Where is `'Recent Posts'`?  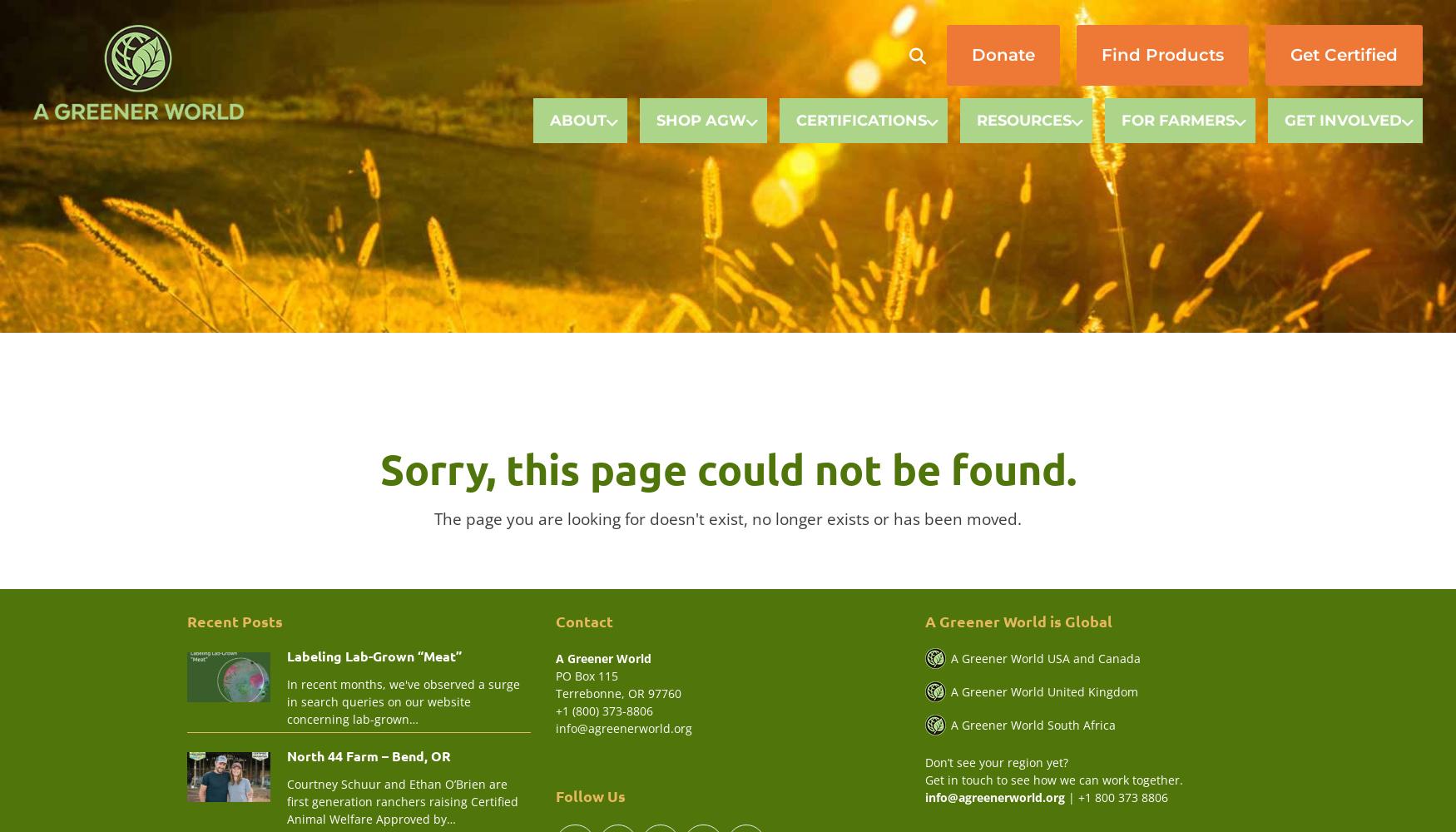
'Recent Posts' is located at coordinates (234, 619).